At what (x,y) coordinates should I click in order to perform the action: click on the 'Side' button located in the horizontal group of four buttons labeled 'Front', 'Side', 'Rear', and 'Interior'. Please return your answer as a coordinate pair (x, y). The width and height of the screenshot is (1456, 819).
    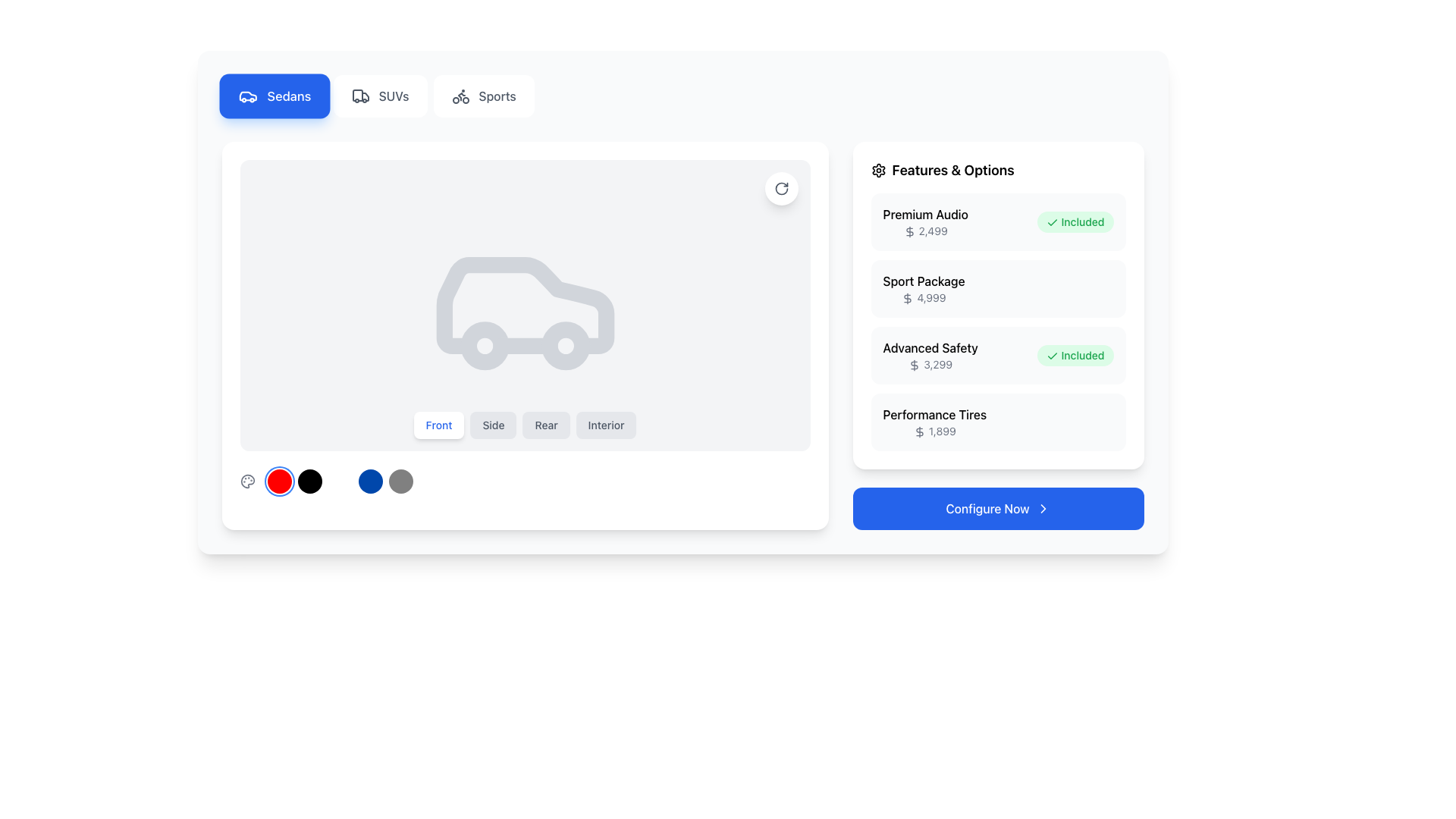
    Looking at the image, I should click on (494, 425).